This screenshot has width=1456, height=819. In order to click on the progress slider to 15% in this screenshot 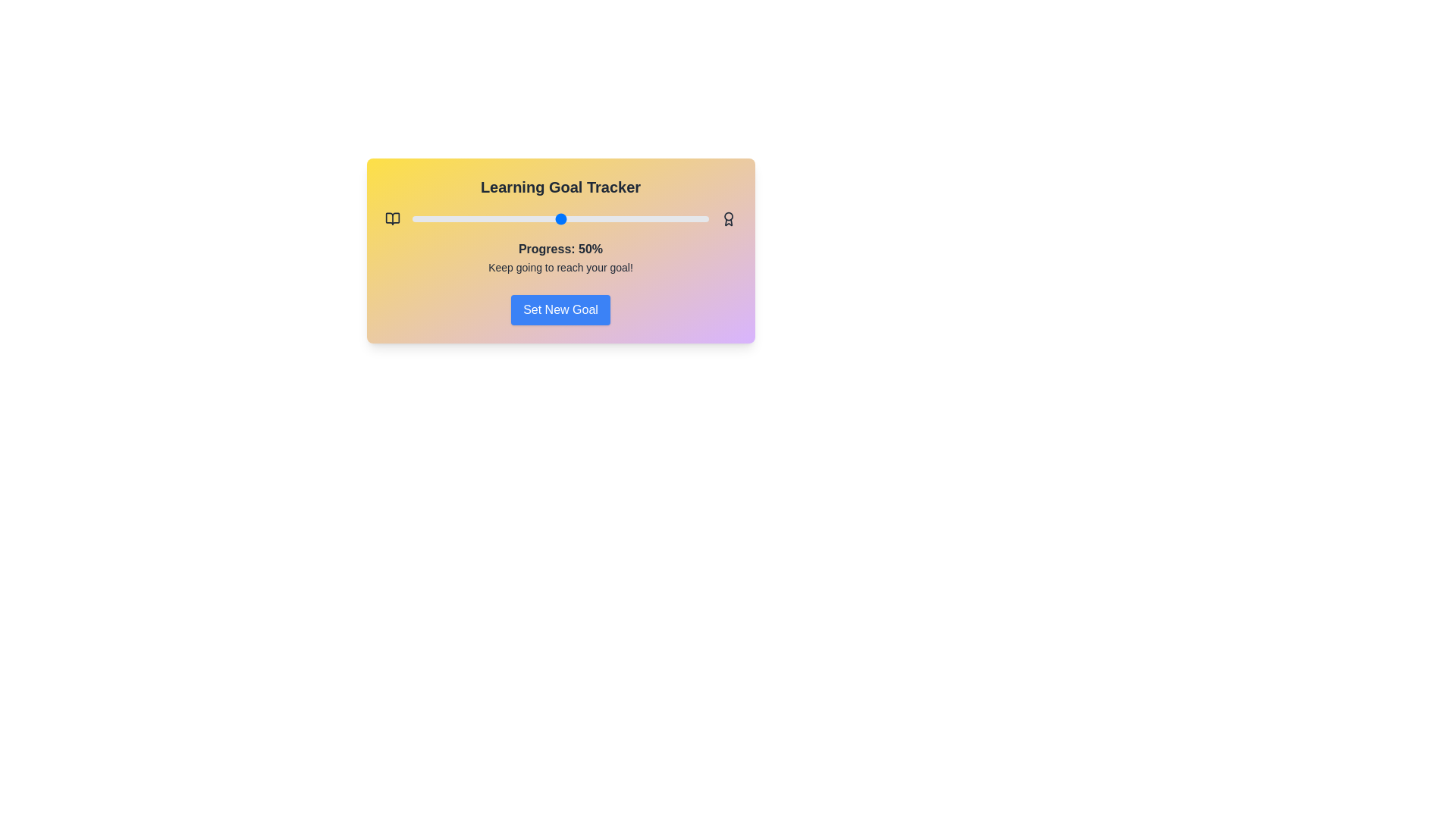, I will do `click(456, 219)`.